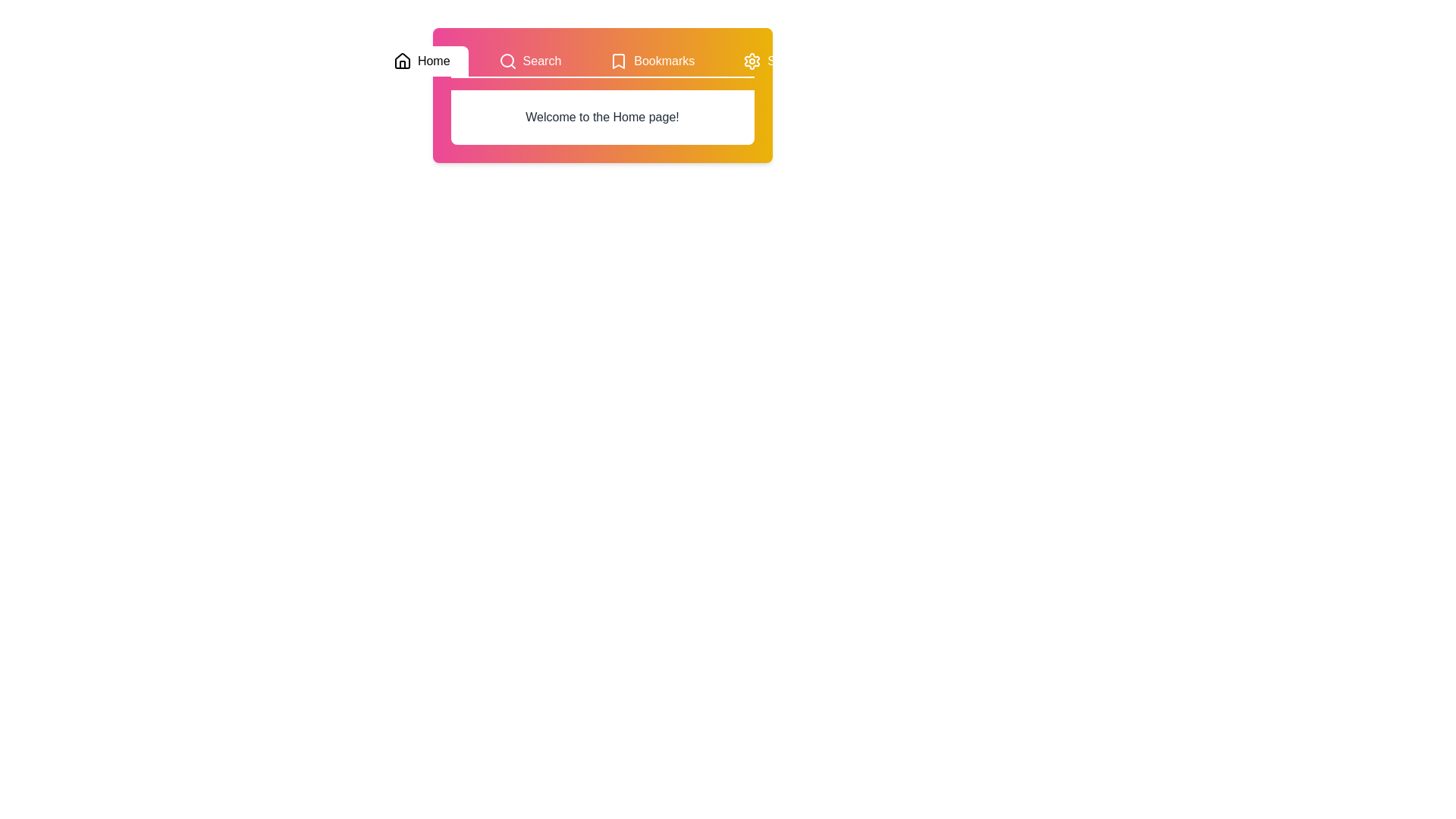 Image resolution: width=1456 pixels, height=819 pixels. I want to click on the currently active tab in the navigation bar, so click(422, 61).